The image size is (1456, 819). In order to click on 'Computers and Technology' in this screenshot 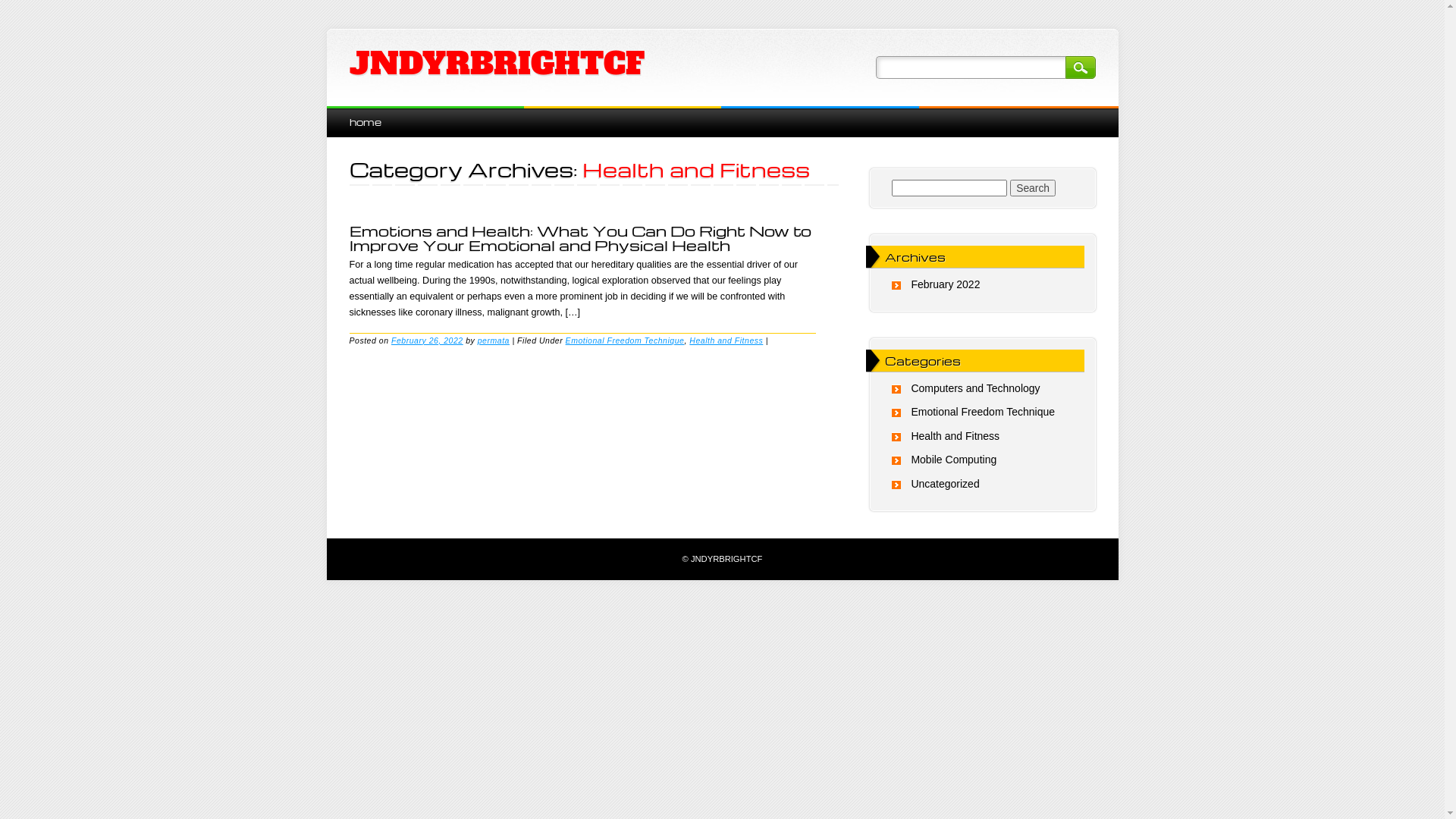, I will do `click(975, 388)`.